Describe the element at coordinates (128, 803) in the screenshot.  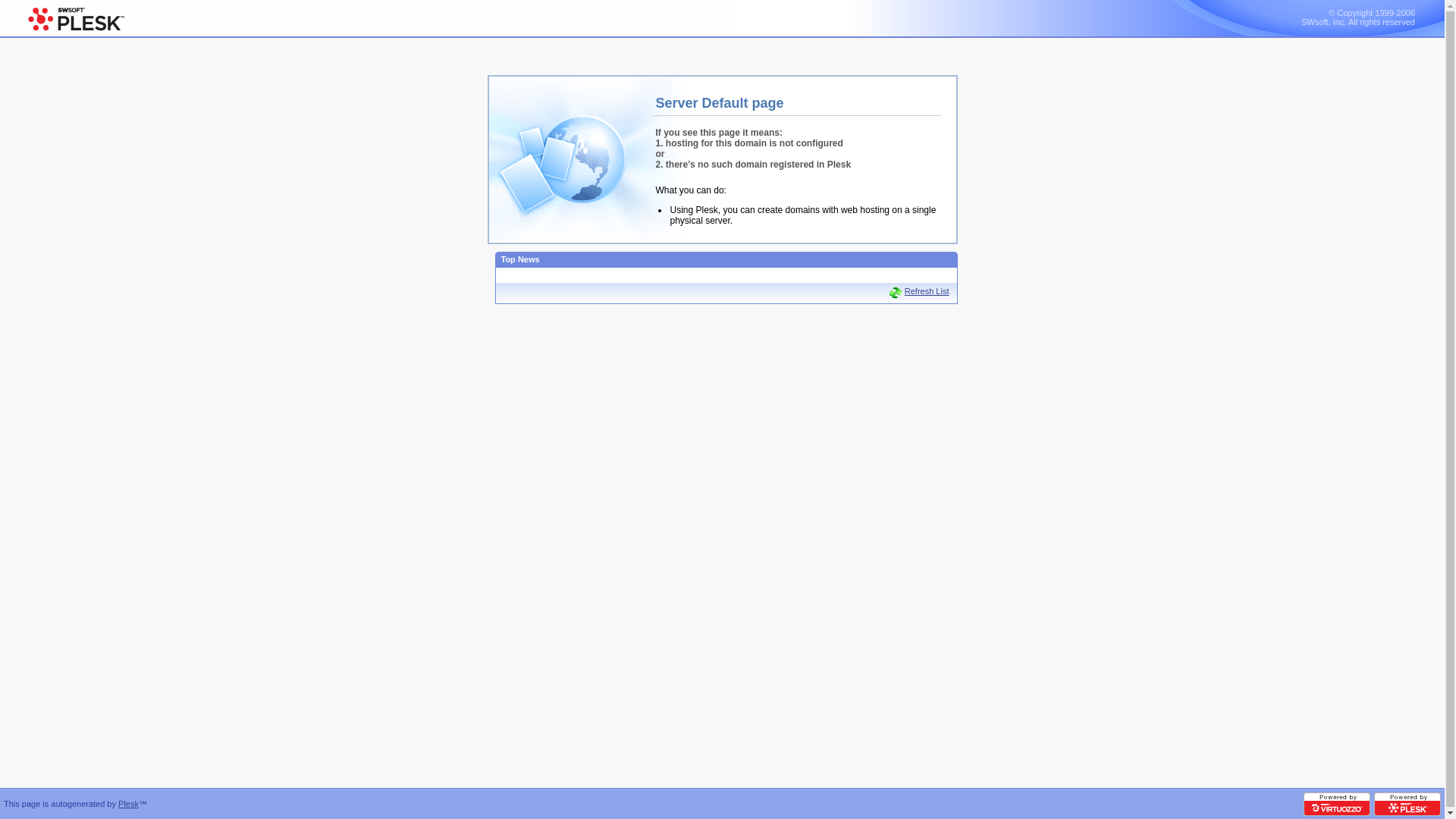
I see `'Plesk'` at that location.